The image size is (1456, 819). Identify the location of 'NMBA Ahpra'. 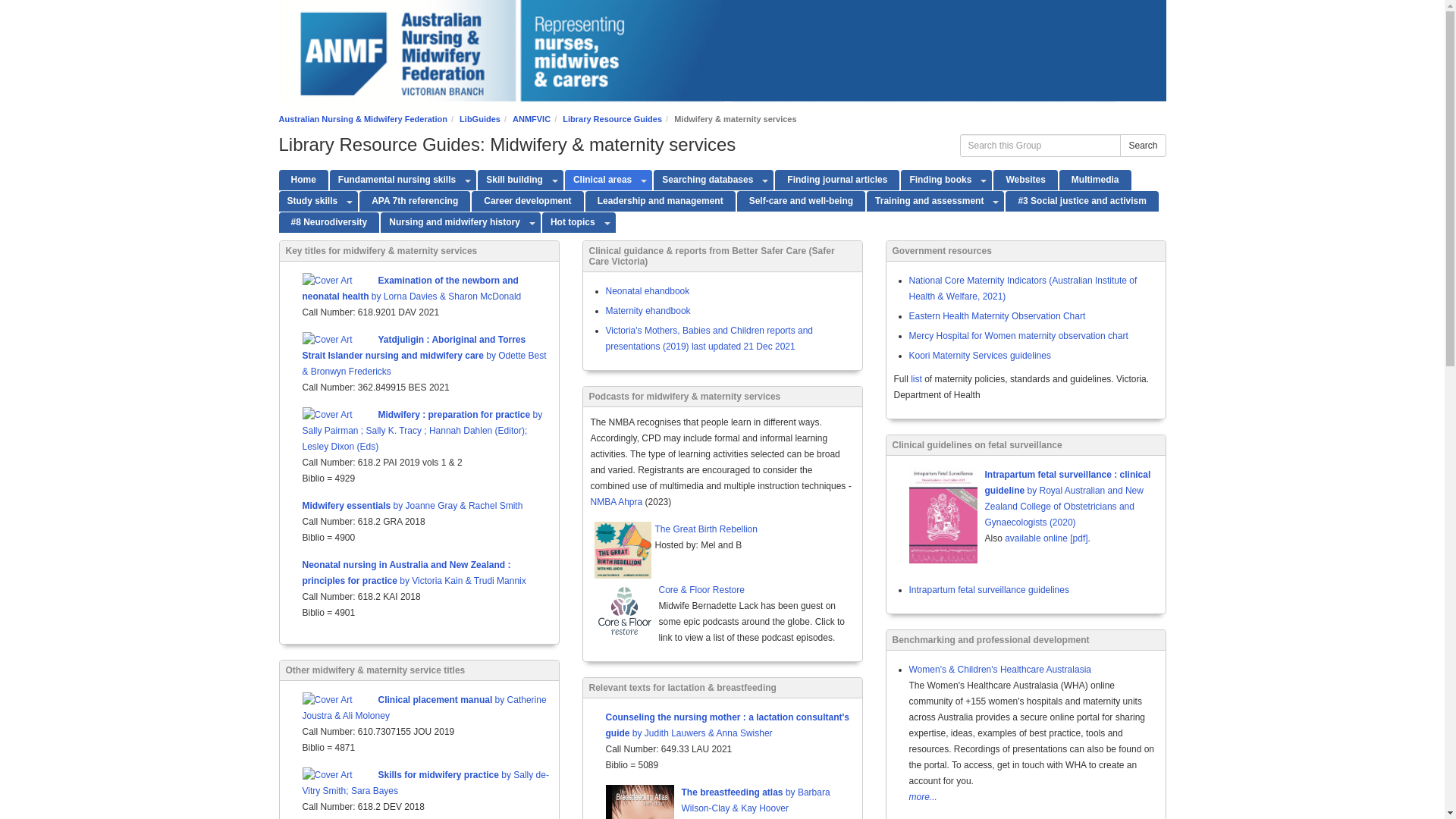
(616, 502).